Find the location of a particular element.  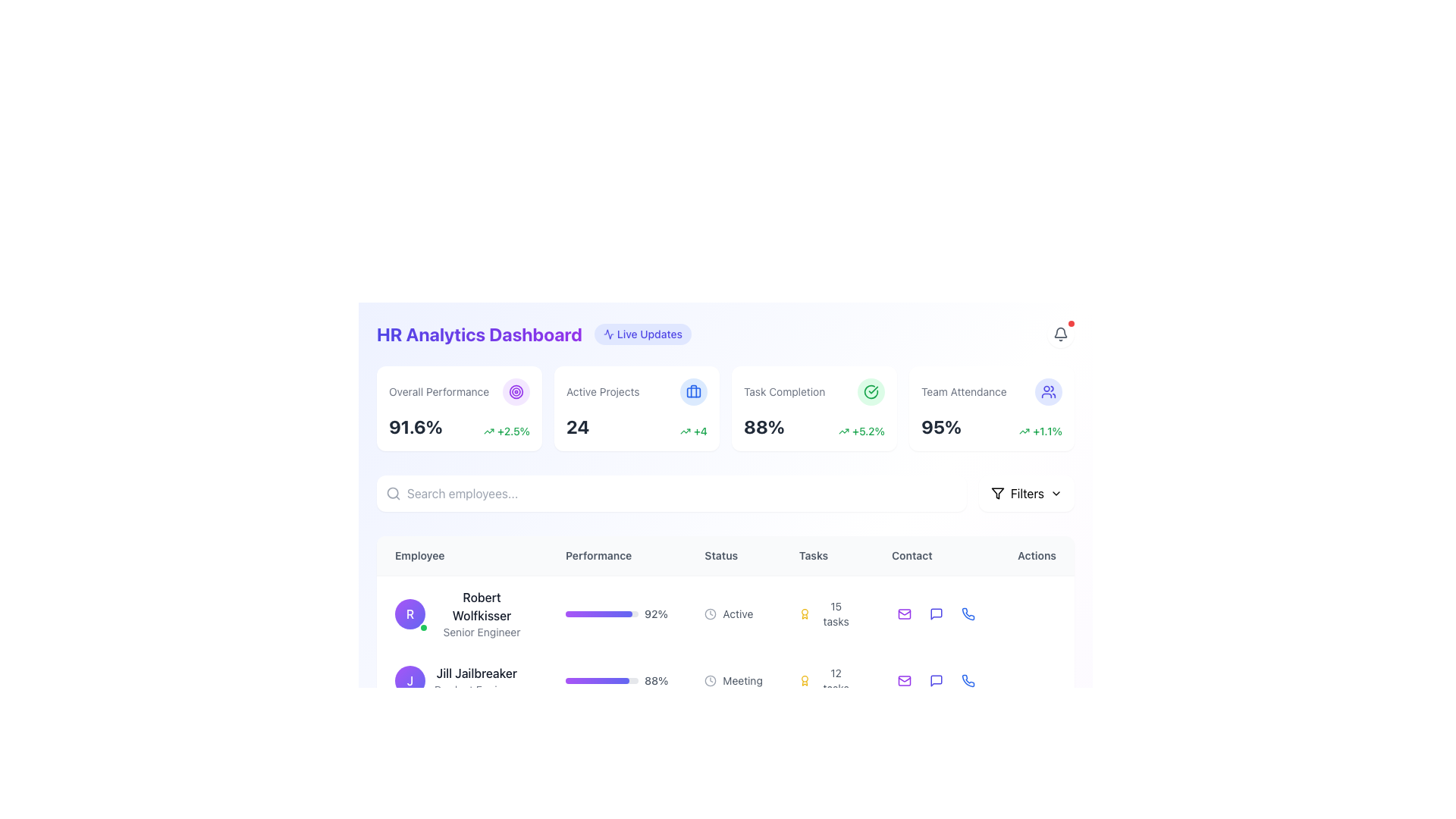

the circular purple avatar labeled 'R' that displays the profile information of 'Robert Wolfkisser' is located at coordinates (461, 614).